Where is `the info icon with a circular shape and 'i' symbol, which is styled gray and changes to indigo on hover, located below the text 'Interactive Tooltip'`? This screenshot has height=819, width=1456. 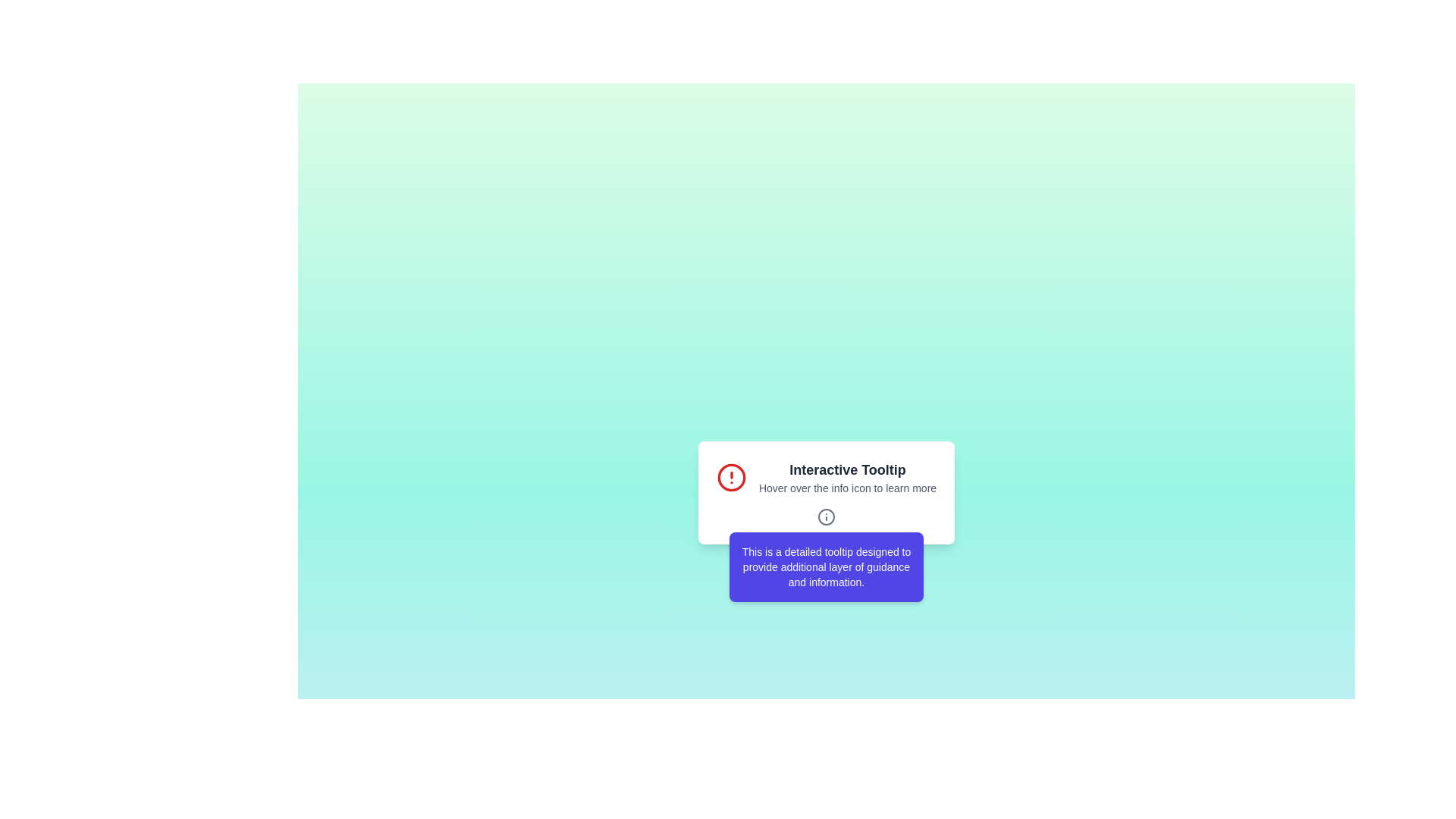
the info icon with a circular shape and 'i' symbol, which is styled gray and changes to indigo on hover, located below the text 'Interactive Tooltip' is located at coordinates (825, 516).